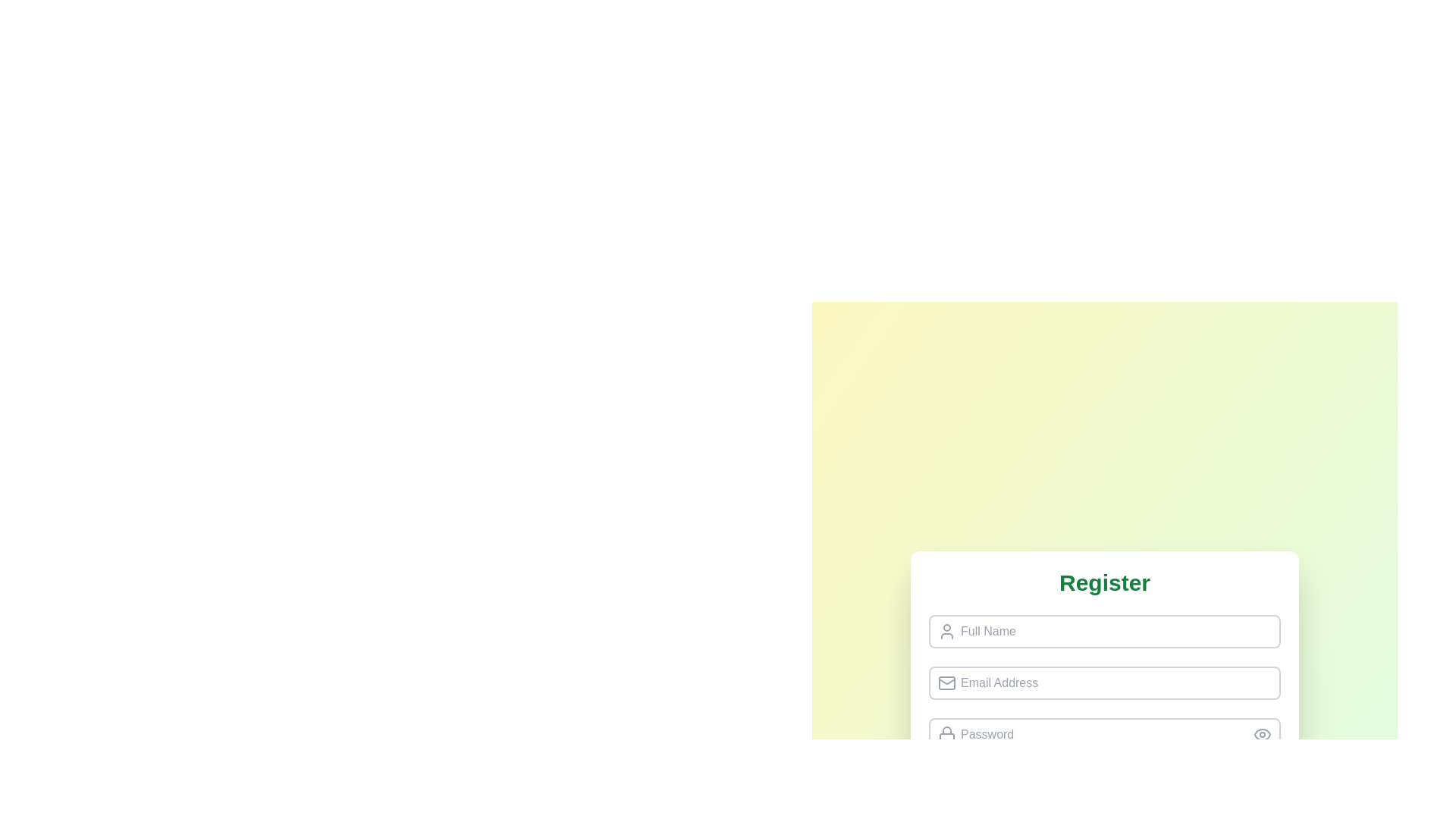 This screenshot has height=819, width=1456. What do you see at coordinates (946, 683) in the screenshot?
I see `the decorative email icon located at the far left of the input field for entering an email address, which is aligned vertically with the center of the field and near the placeholder text 'Email Address'` at bounding box center [946, 683].